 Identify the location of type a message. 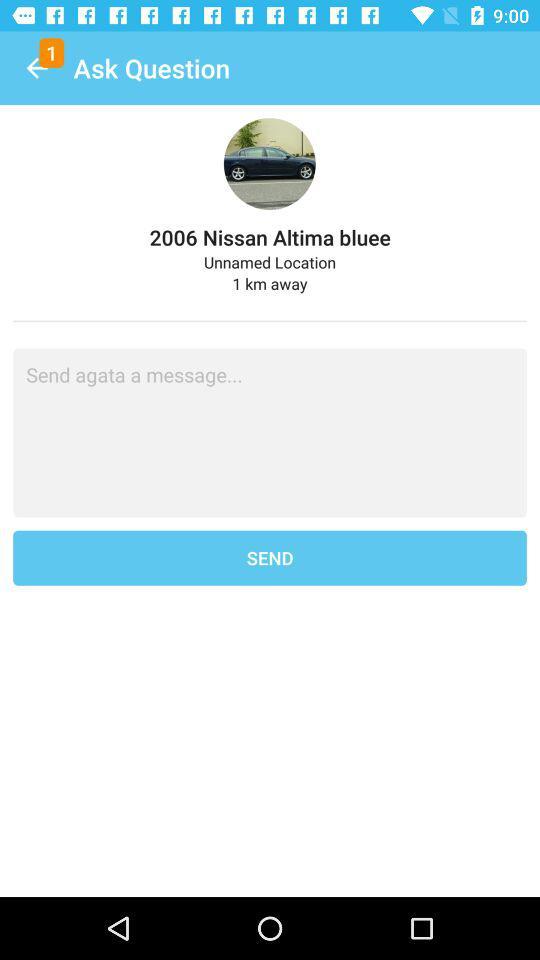
(270, 432).